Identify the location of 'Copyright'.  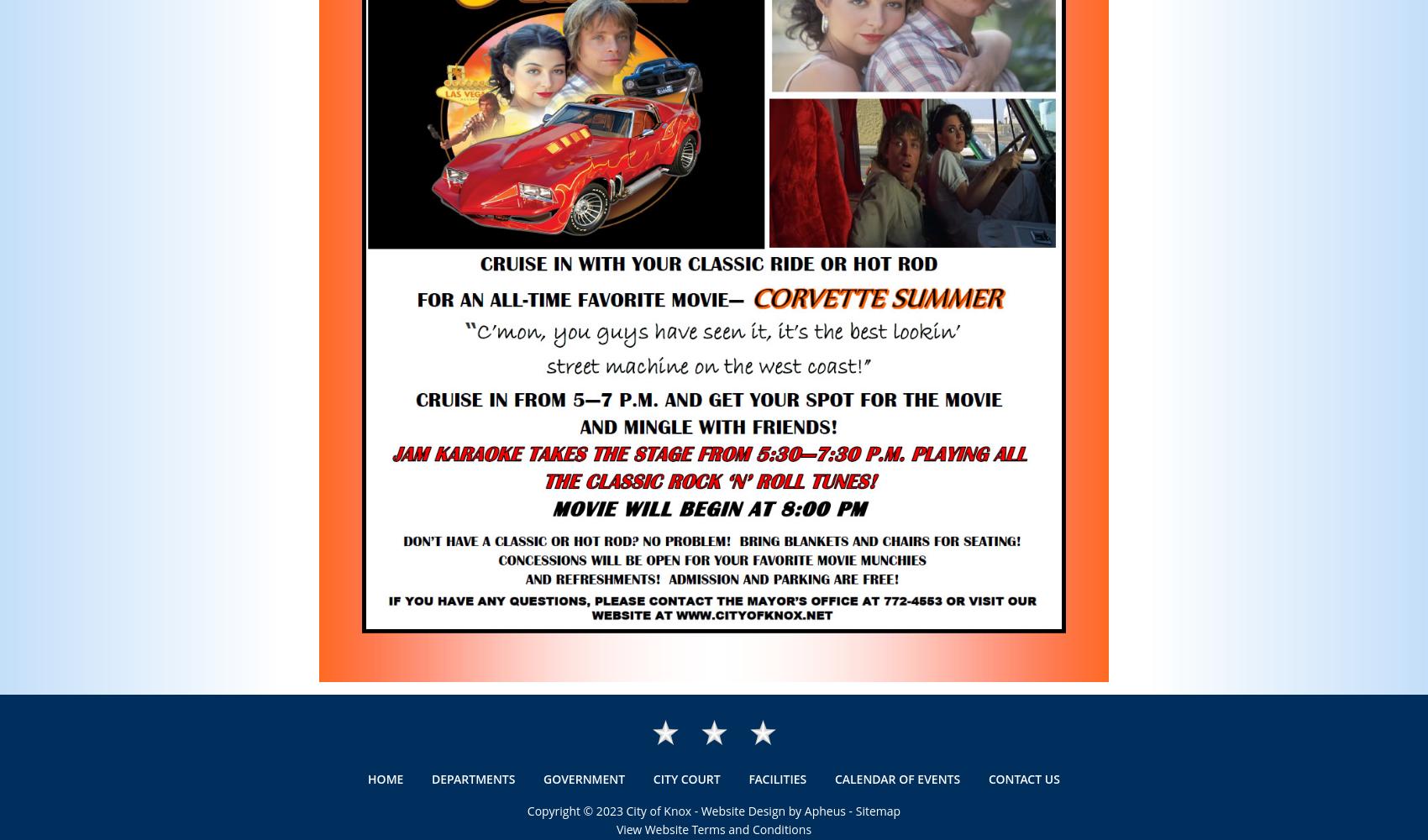
(554, 810).